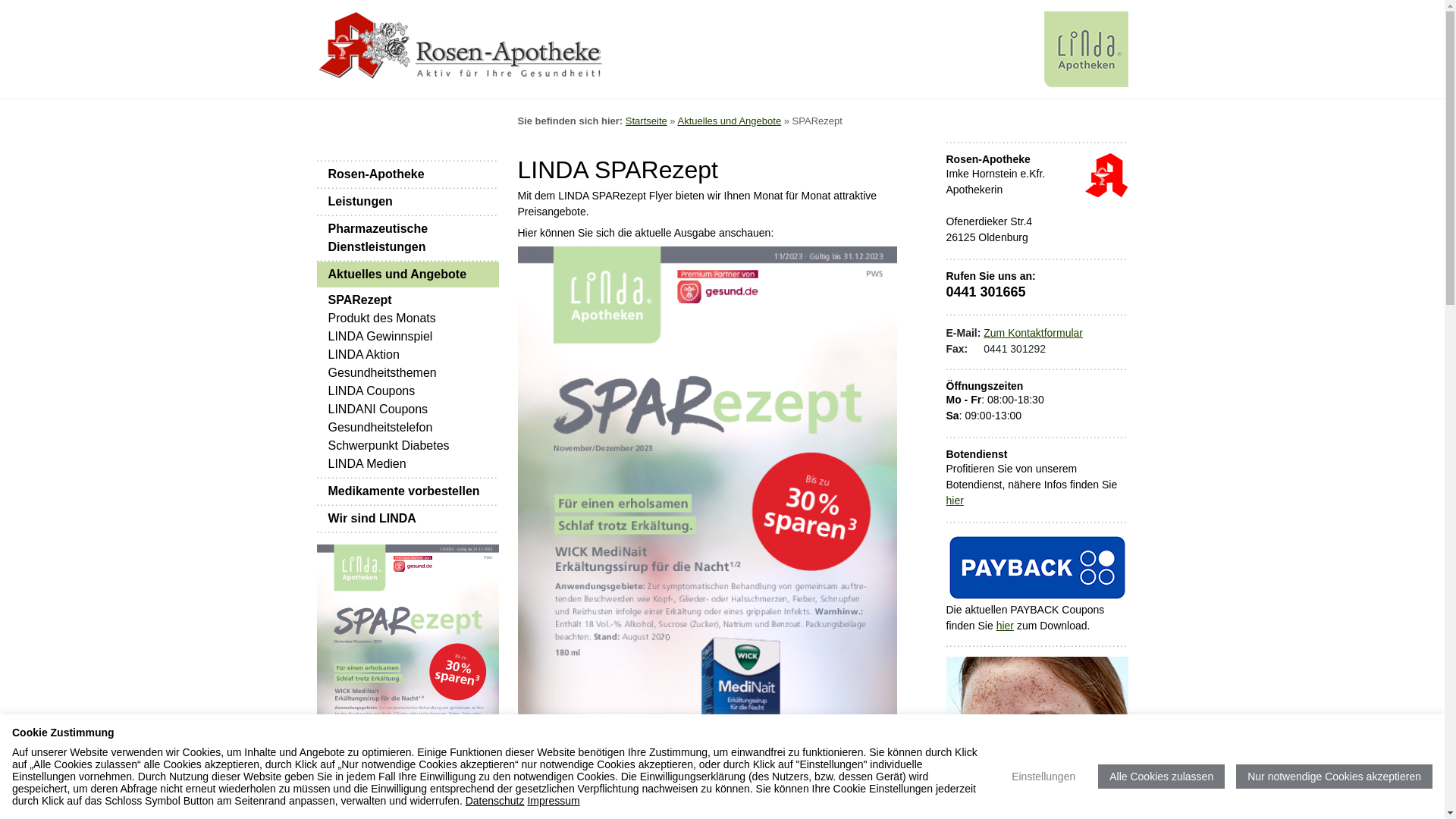  I want to click on 'Payback', so click(1037, 566).